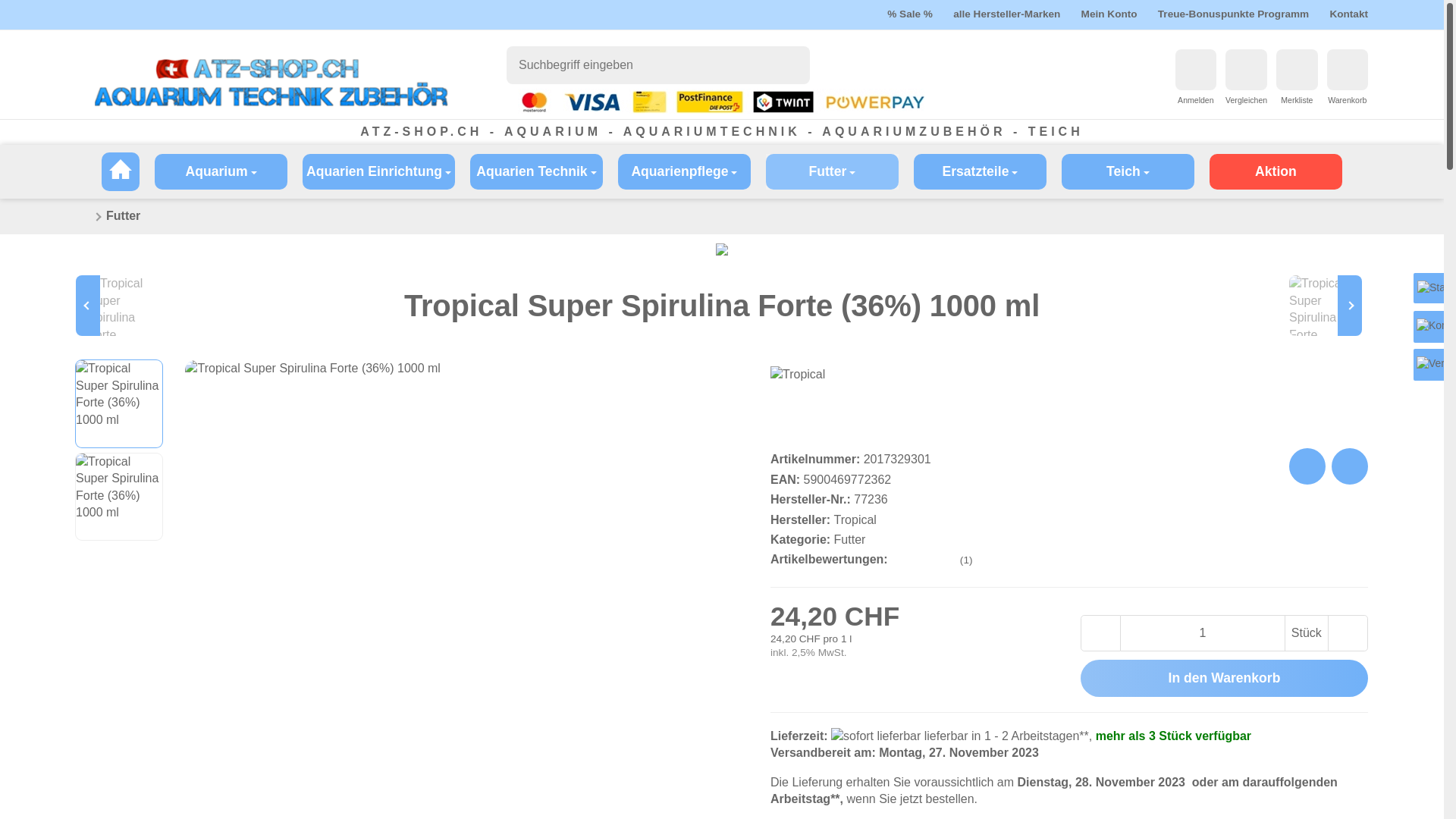 Image resolution: width=1456 pixels, height=819 pixels. Describe the element at coordinates (1195, 100) in the screenshot. I see `'Anmelden'` at that location.